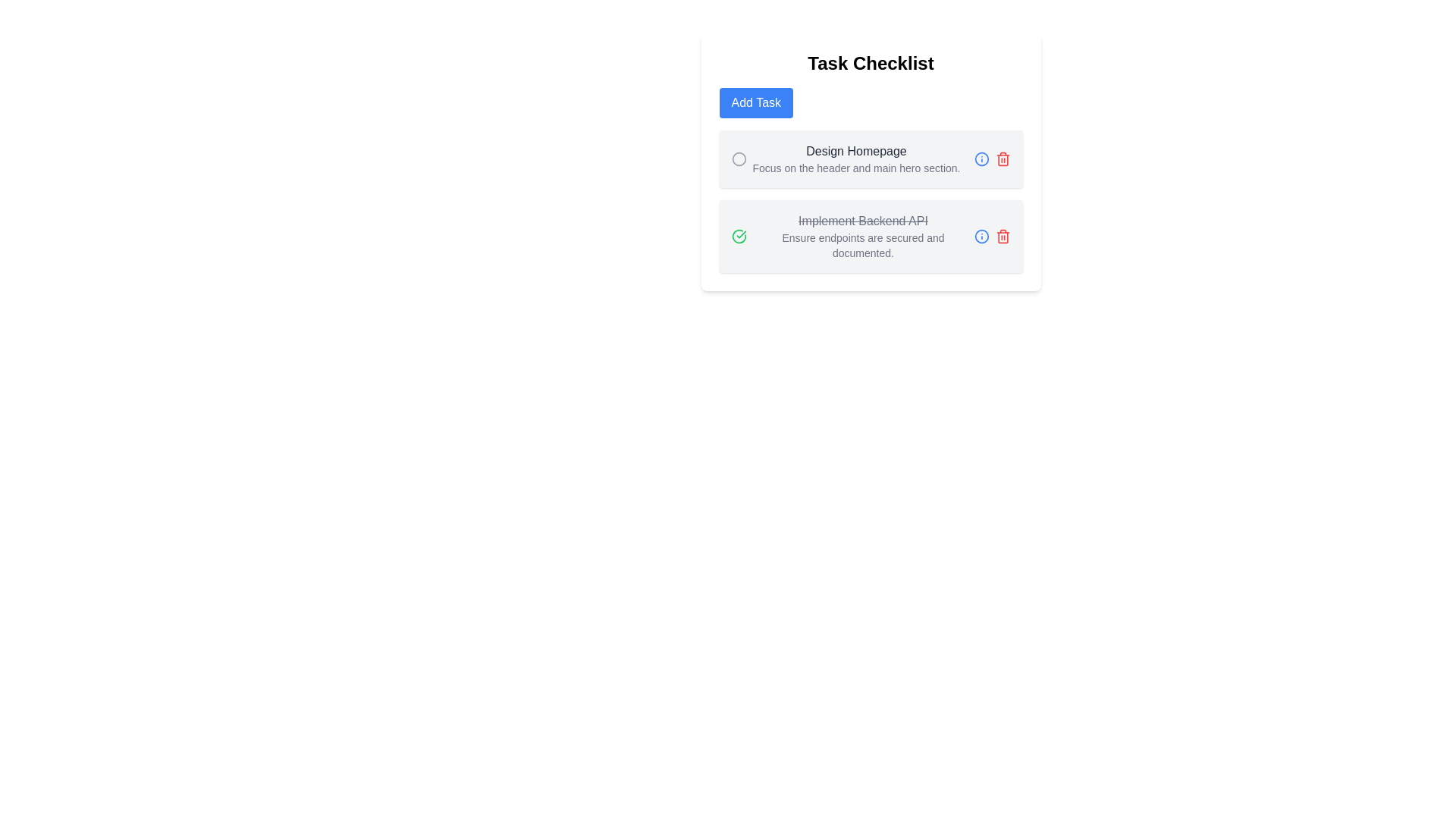 Image resolution: width=1456 pixels, height=819 pixels. Describe the element at coordinates (756, 102) in the screenshot. I see `the 'Add Task' button located in the task management panel immediately below the 'Task Checklist' header` at that location.